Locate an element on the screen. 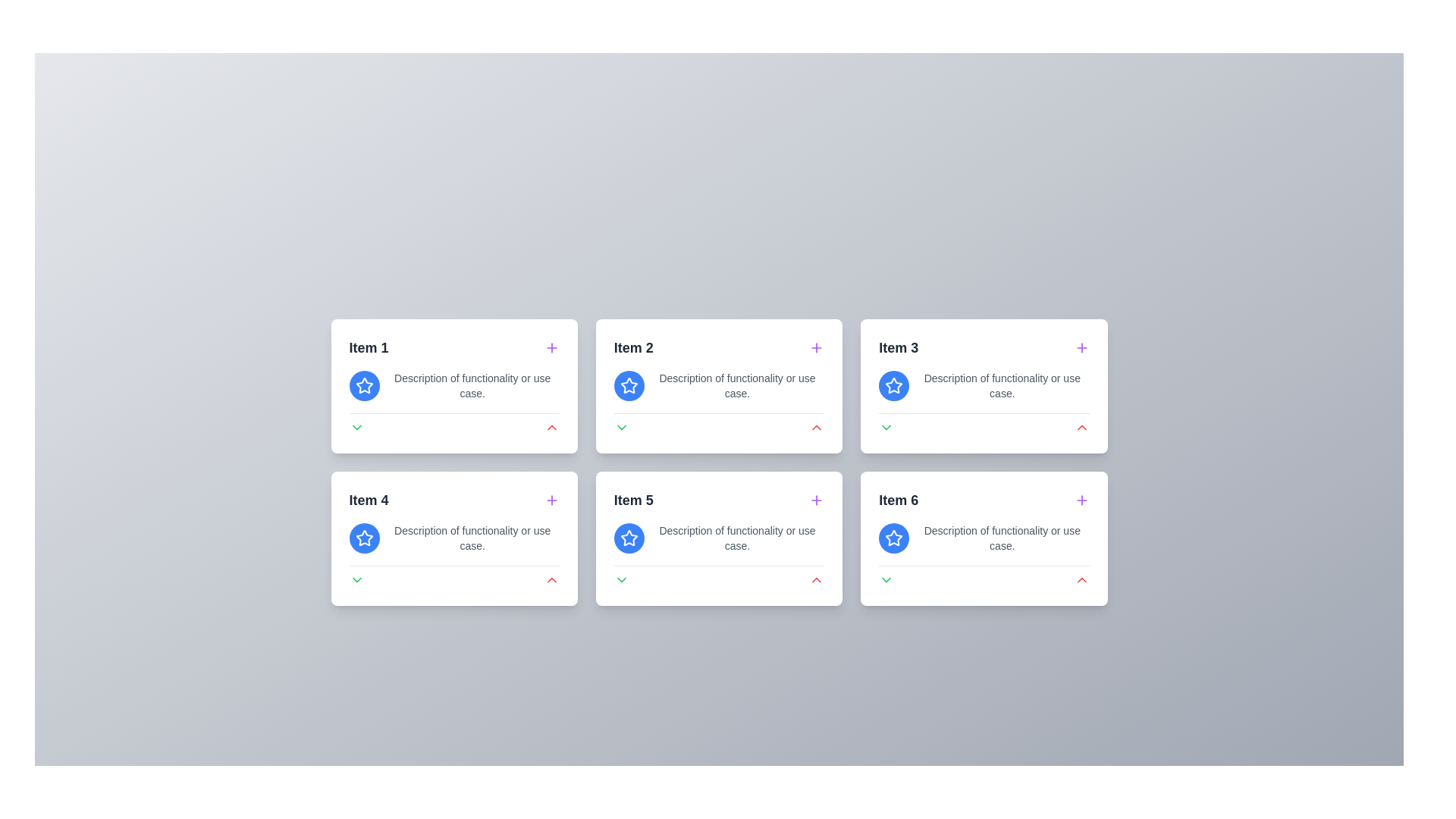  the star icon button styled with a blue background and white star lines, located within the sixth item card in a 2x3 grid layout is located at coordinates (894, 537).